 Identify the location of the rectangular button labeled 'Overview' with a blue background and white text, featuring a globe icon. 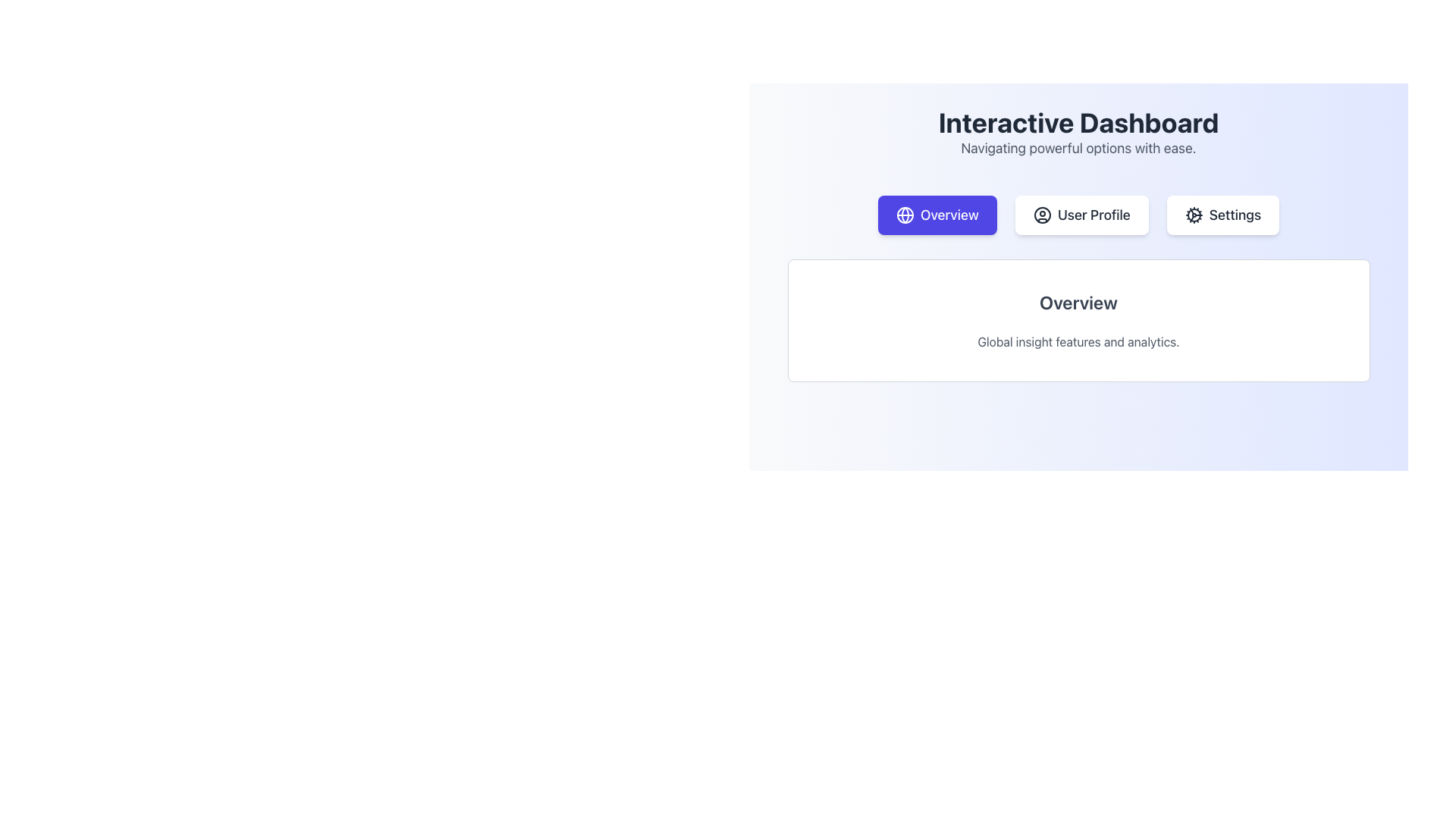
(937, 215).